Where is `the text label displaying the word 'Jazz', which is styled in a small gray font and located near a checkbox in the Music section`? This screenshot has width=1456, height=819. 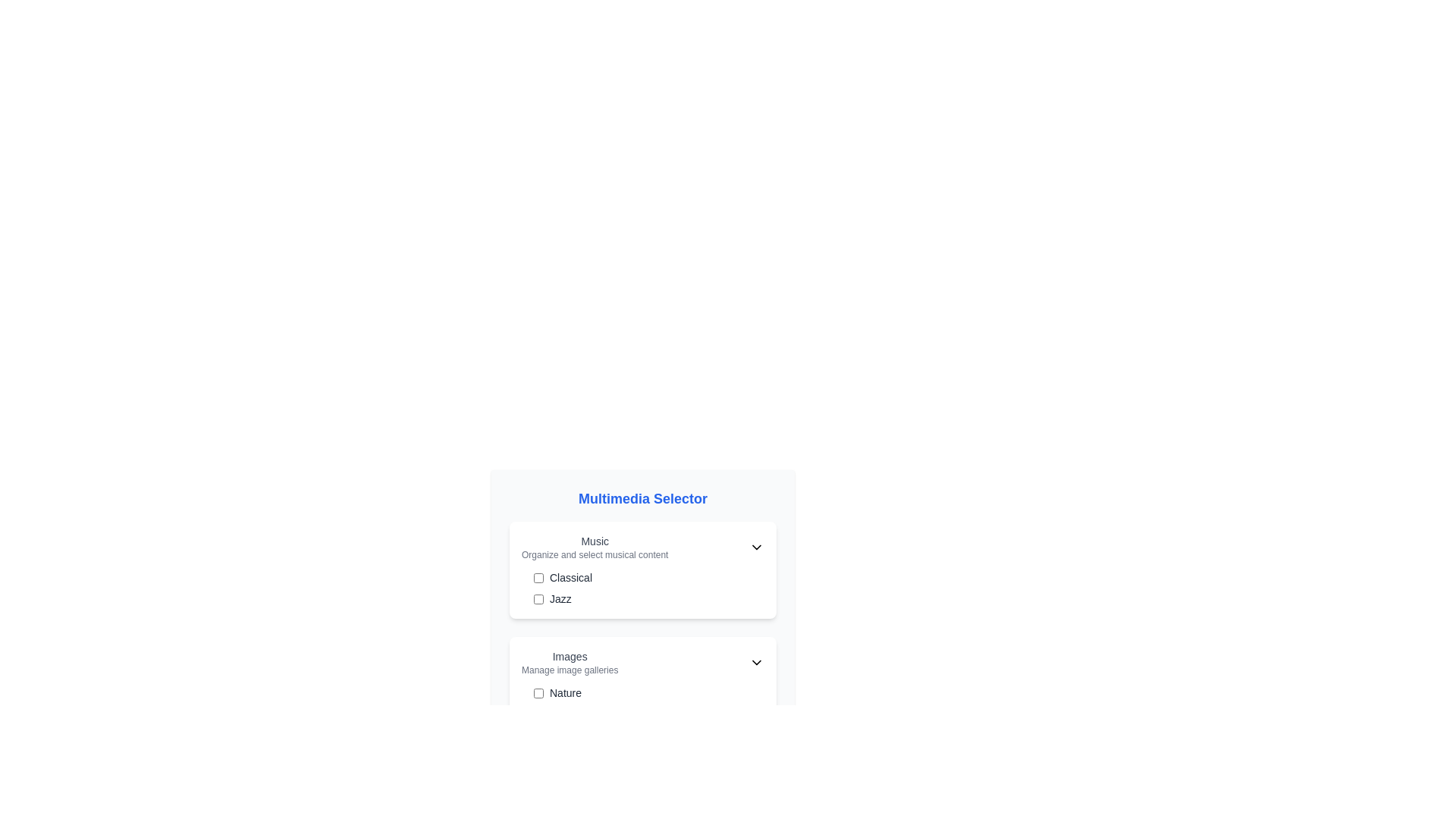 the text label displaying the word 'Jazz', which is styled in a small gray font and located near a checkbox in the Music section is located at coordinates (560, 598).